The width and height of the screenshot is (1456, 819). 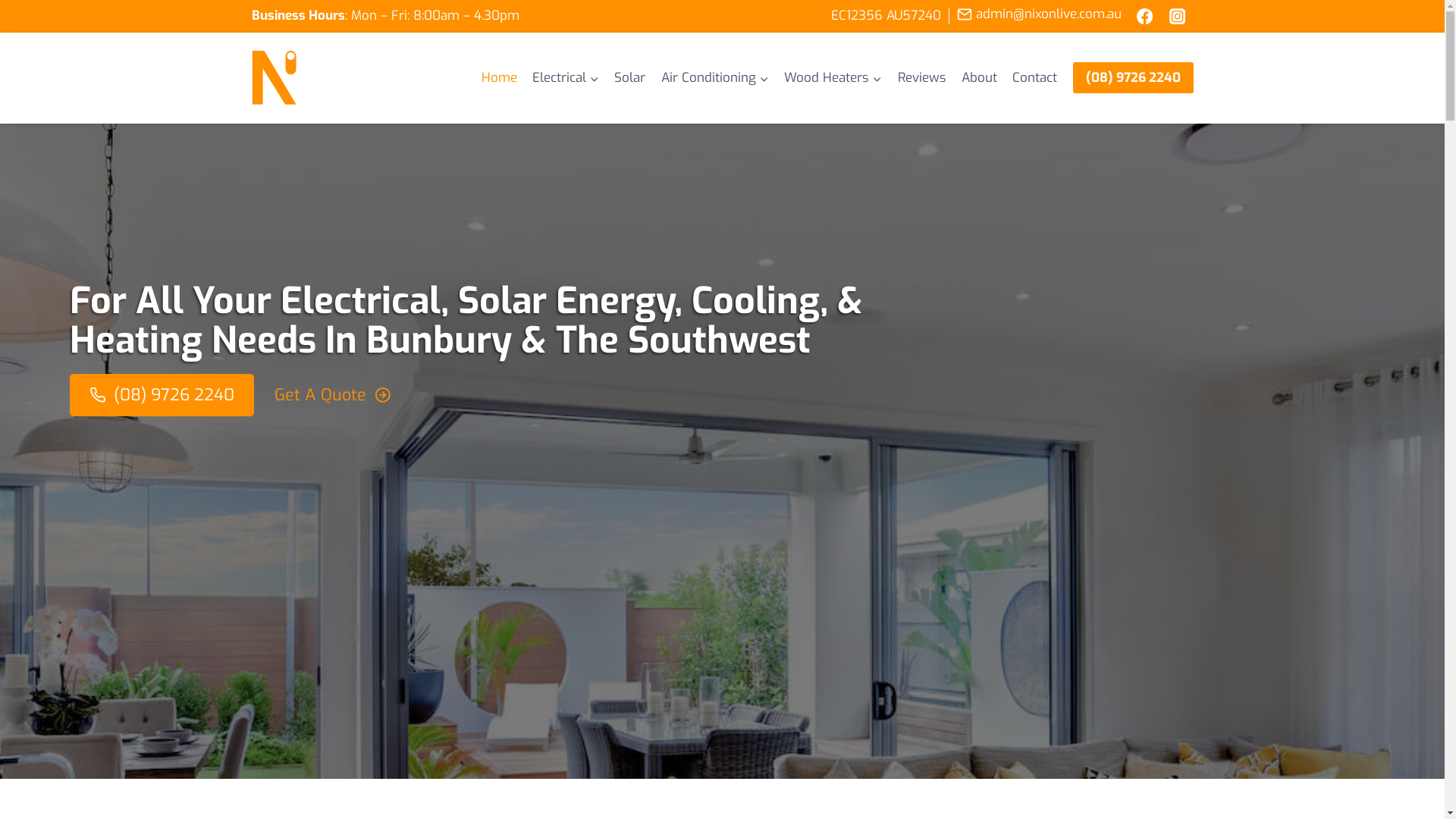 I want to click on 'Reviews', so click(x=920, y=77).